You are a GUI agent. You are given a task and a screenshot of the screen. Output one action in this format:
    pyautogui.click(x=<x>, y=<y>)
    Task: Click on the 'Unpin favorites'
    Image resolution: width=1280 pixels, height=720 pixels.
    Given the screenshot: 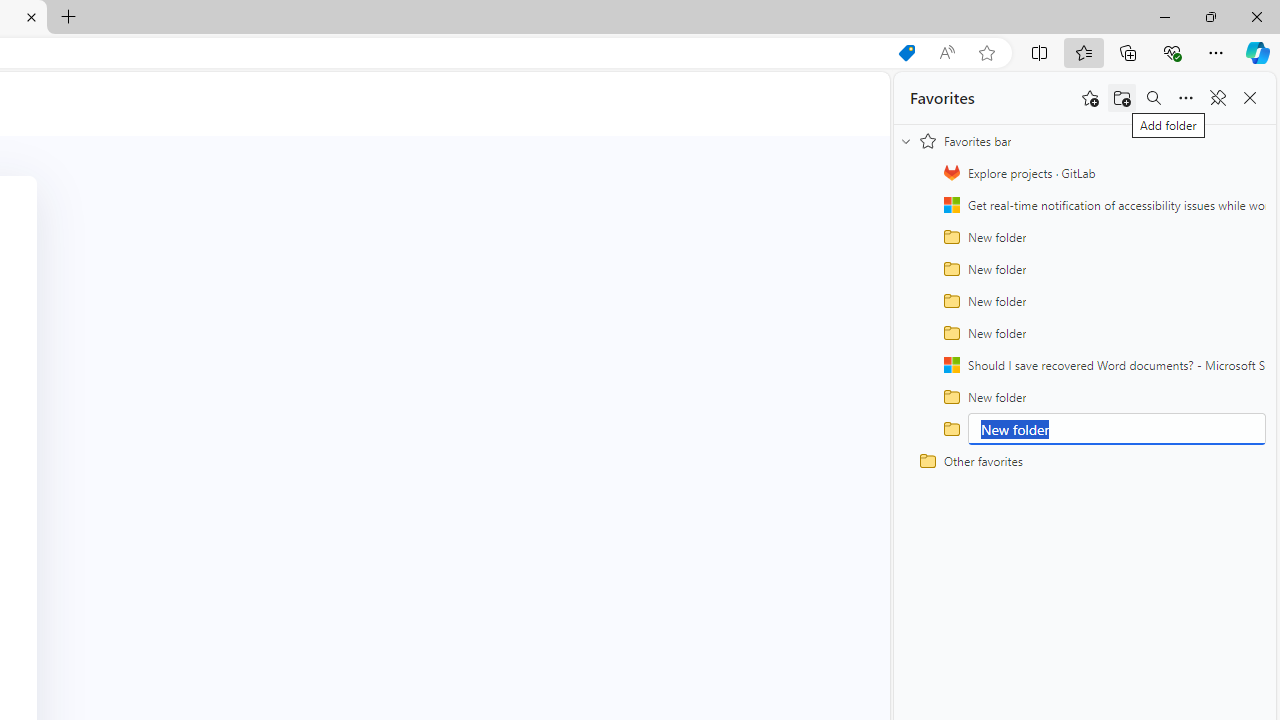 What is the action you would take?
    pyautogui.click(x=1216, y=98)
    